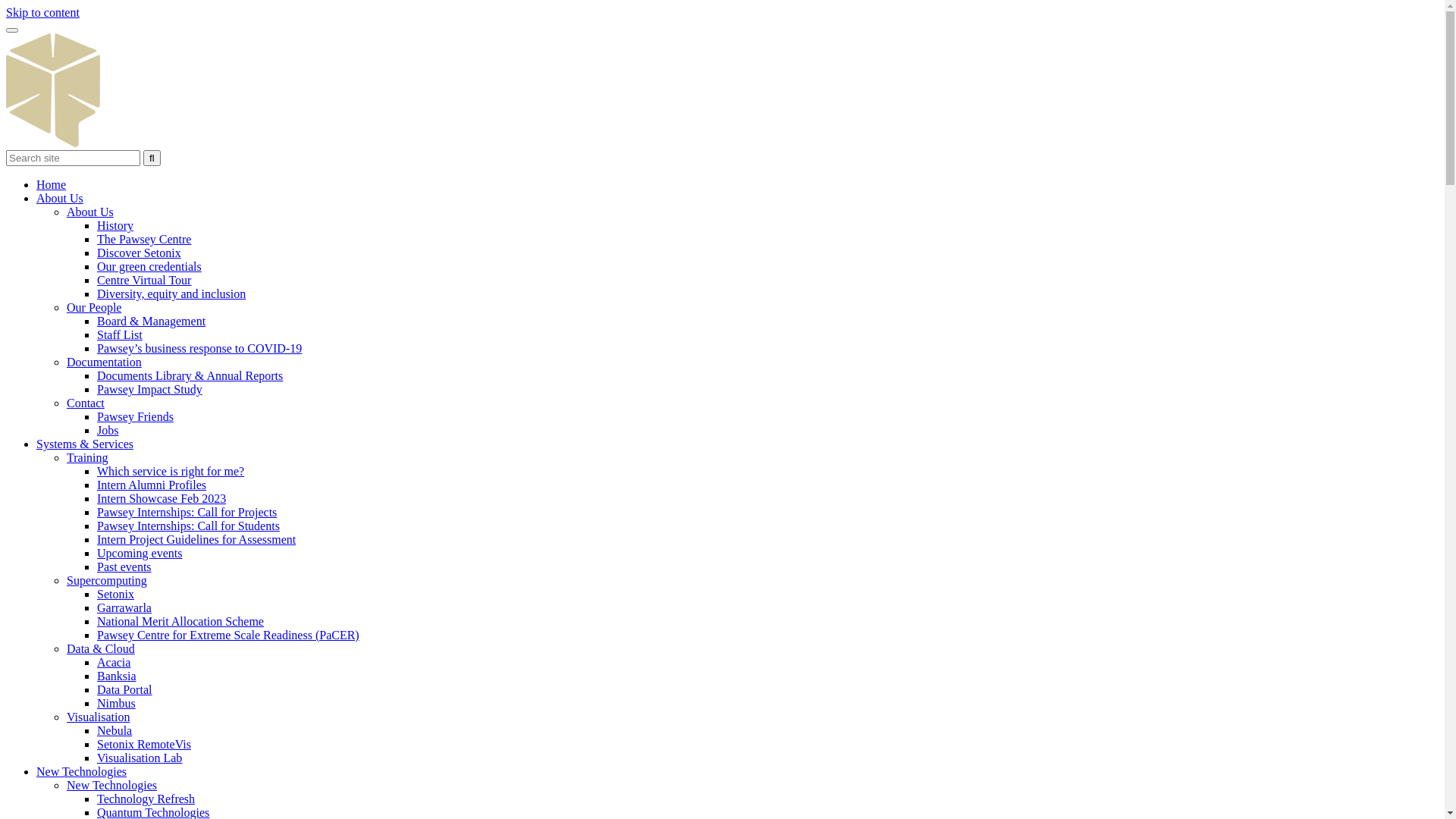 The image size is (1456, 819). What do you see at coordinates (135, 416) in the screenshot?
I see `'Pawsey Friends'` at bounding box center [135, 416].